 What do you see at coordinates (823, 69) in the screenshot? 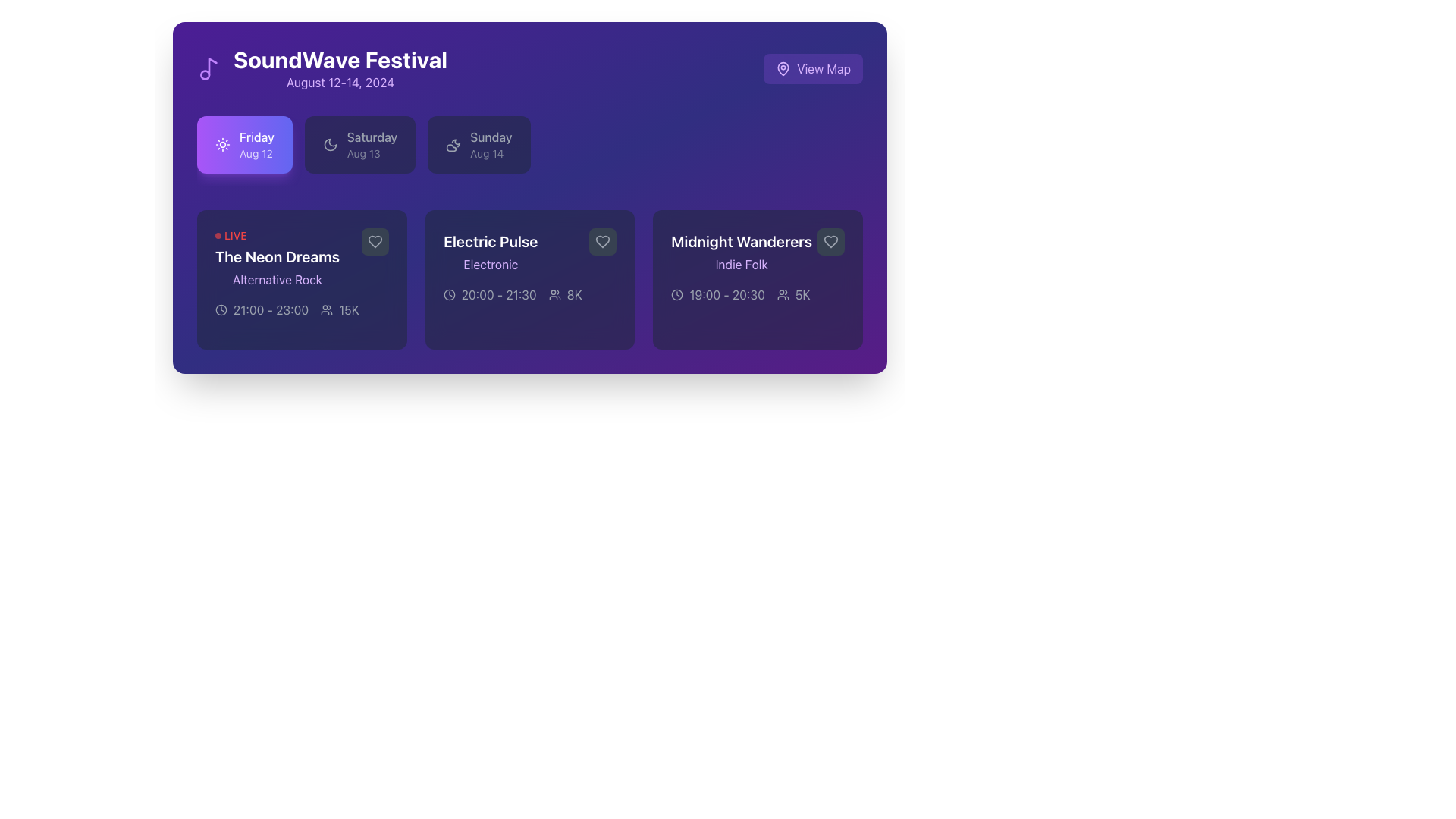
I see `the 'View Map' button text located at the top-right section of the interface` at bounding box center [823, 69].